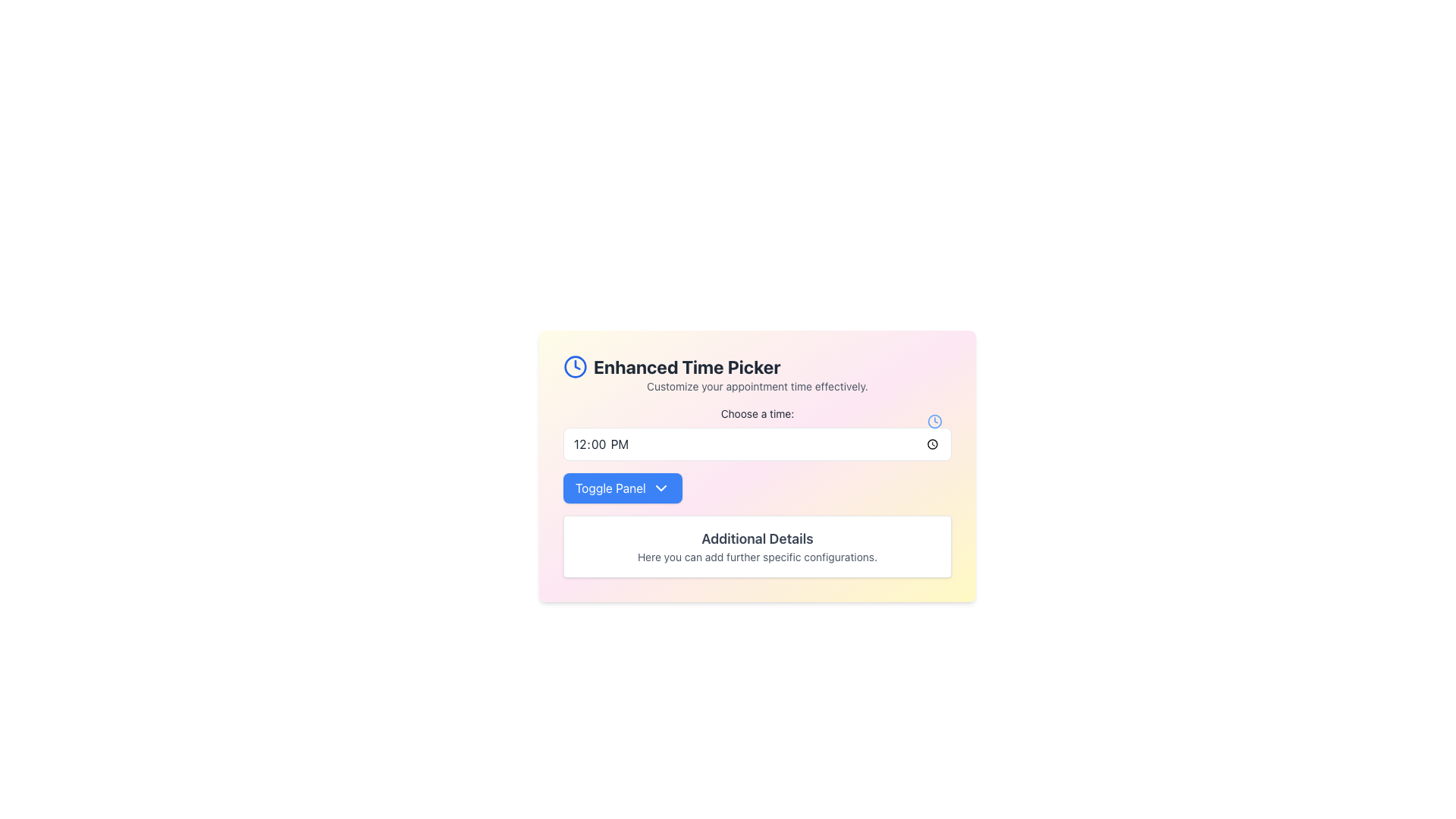  What do you see at coordinates (576, 365) in the screenshot?
I see `the clock hand element of the clock icon within the header of the 'Enhanced Time Picker' card interface` at bounding box center [576, 365].